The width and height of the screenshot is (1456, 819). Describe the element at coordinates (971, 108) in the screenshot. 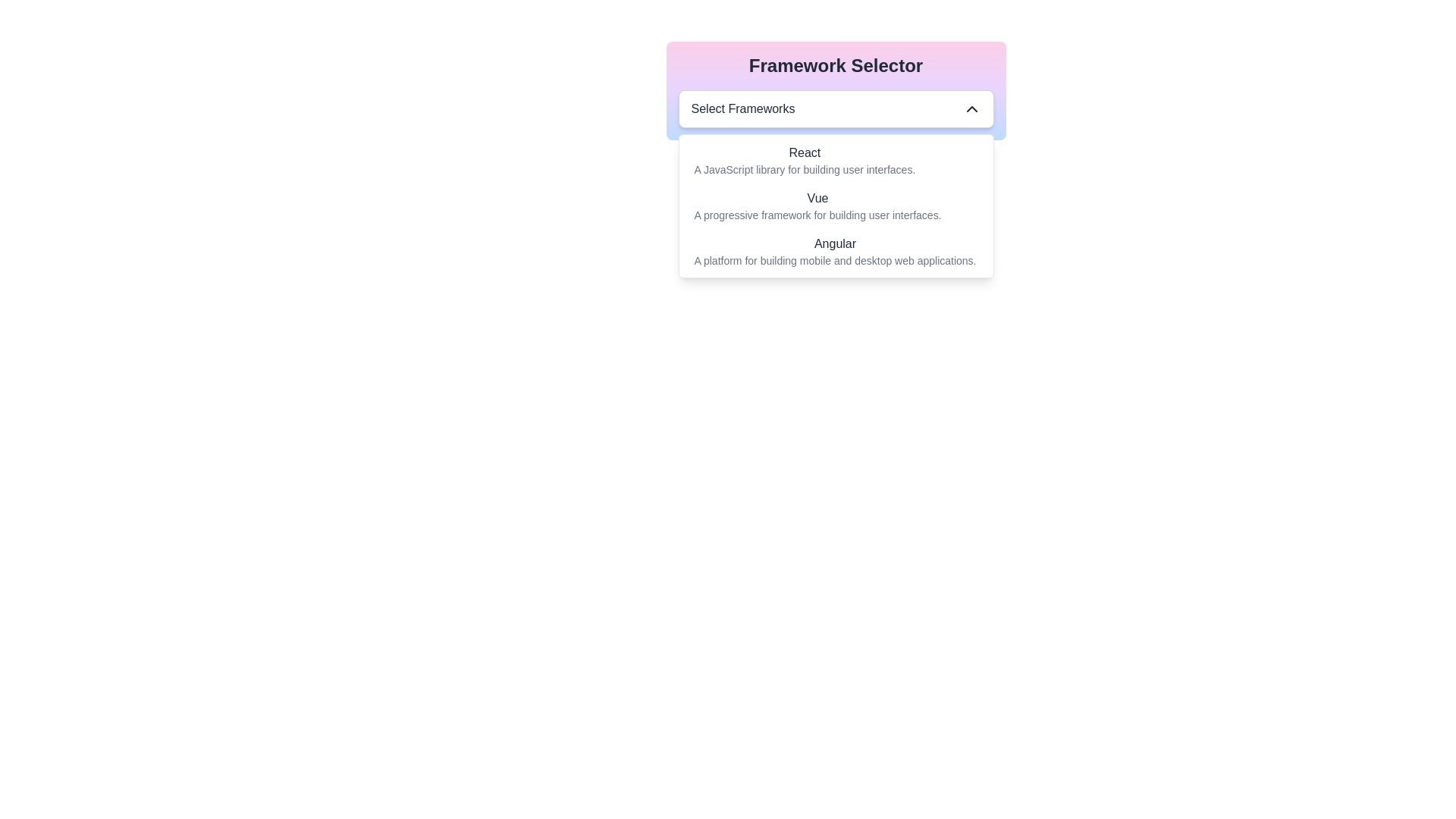

I see `the upward-pointing chevron icon located to the far right of the 'Select Frameworks' section` at that location.